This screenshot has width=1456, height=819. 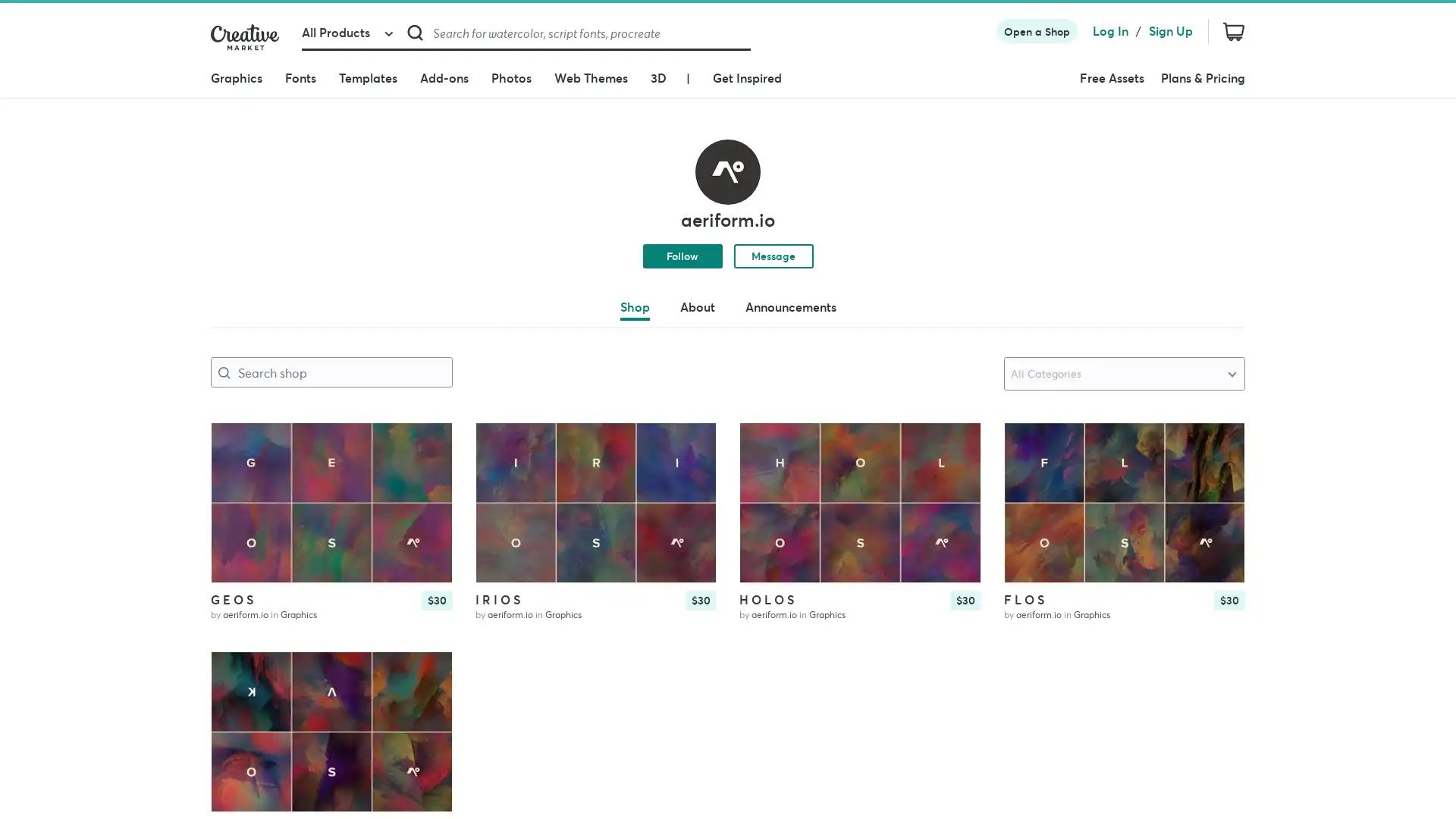 I want to click on Message, so click(x=773, y=254).